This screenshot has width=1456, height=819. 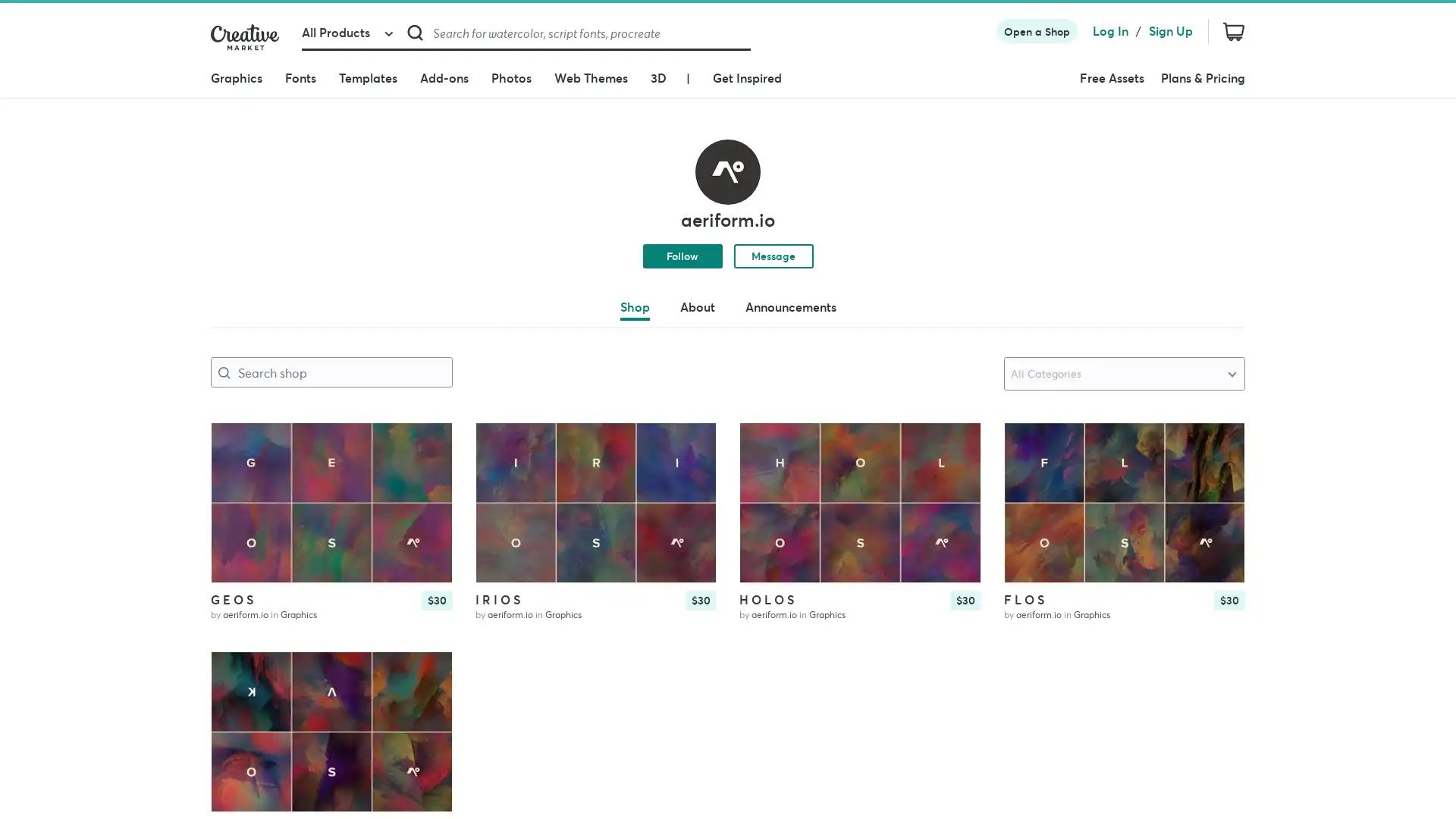 I want to click on Message, so click(x=773, y=254).